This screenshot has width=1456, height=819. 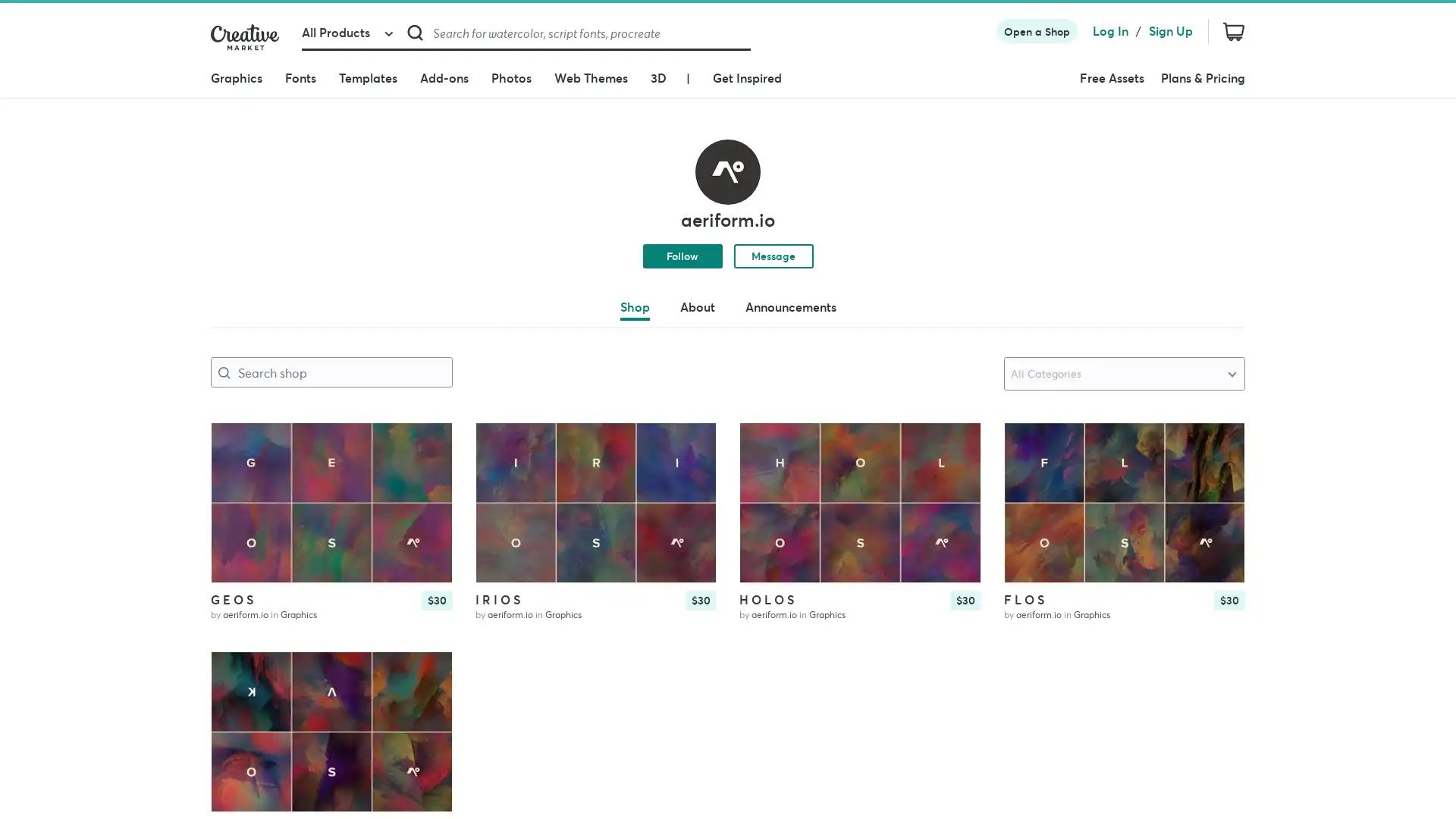 I want to click on Message, so click(x=773, y=254).